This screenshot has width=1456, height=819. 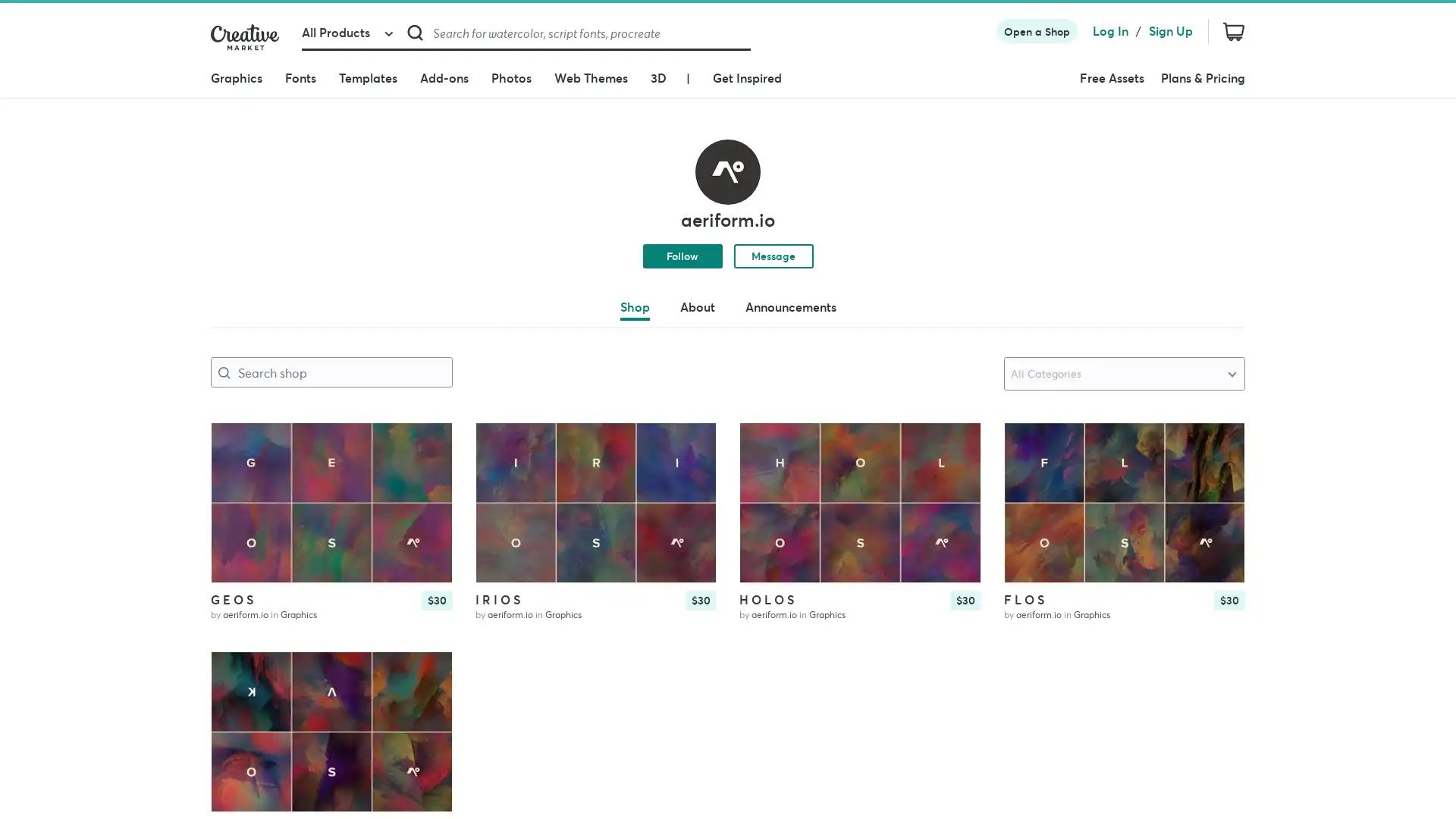 I want to click on Message, so click(x=773, y=254).